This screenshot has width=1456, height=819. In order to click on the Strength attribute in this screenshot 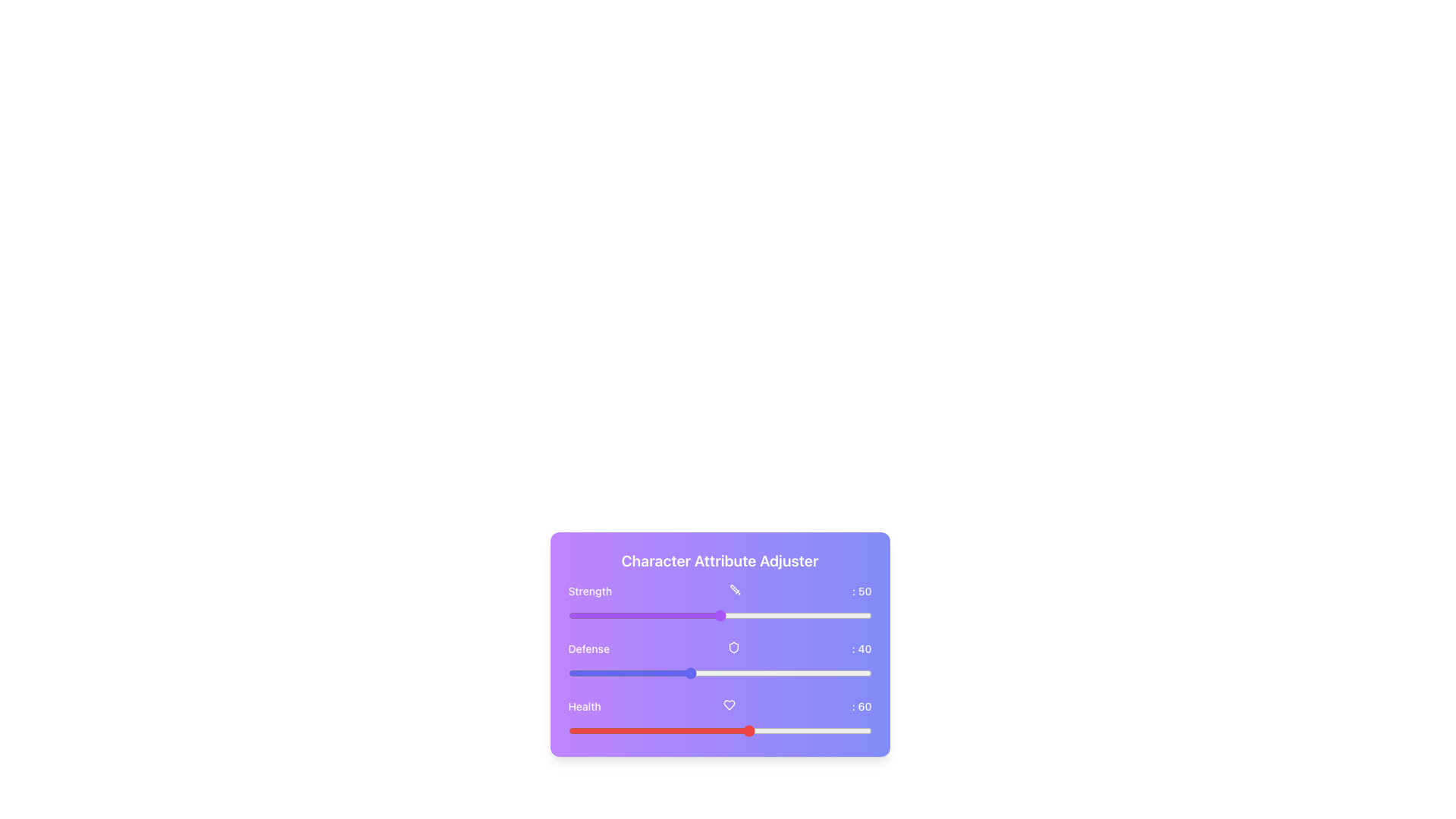, I will do `click(713, 616)`.